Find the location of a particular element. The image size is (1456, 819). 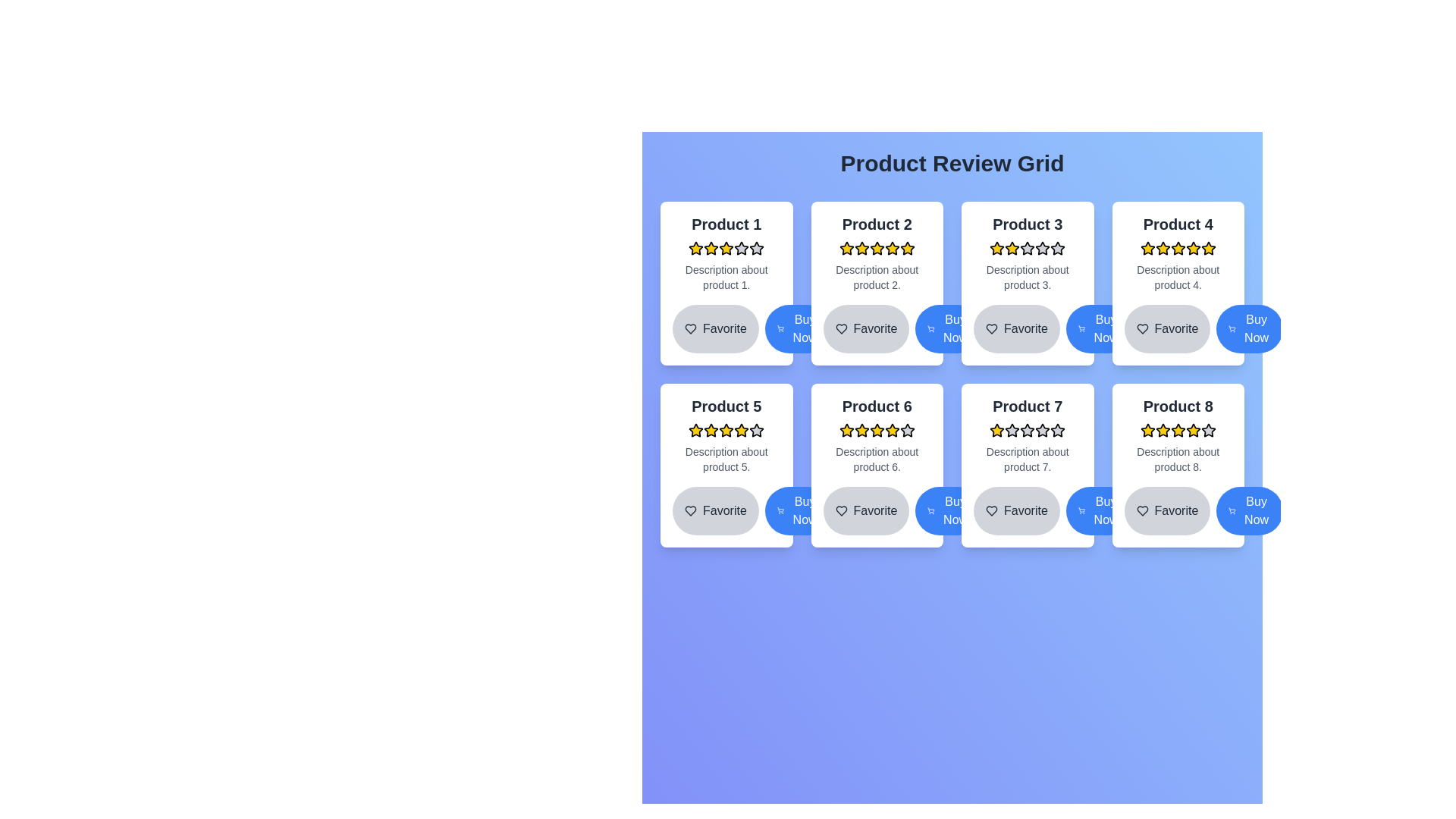

the fifth star icon in the product rating section for 'Product 8', which is outlined in black and filled with light gray, located beneath the product name and above the 'Favorite' and 'Buy Now' buttons is located at coordinates (1207, 430).